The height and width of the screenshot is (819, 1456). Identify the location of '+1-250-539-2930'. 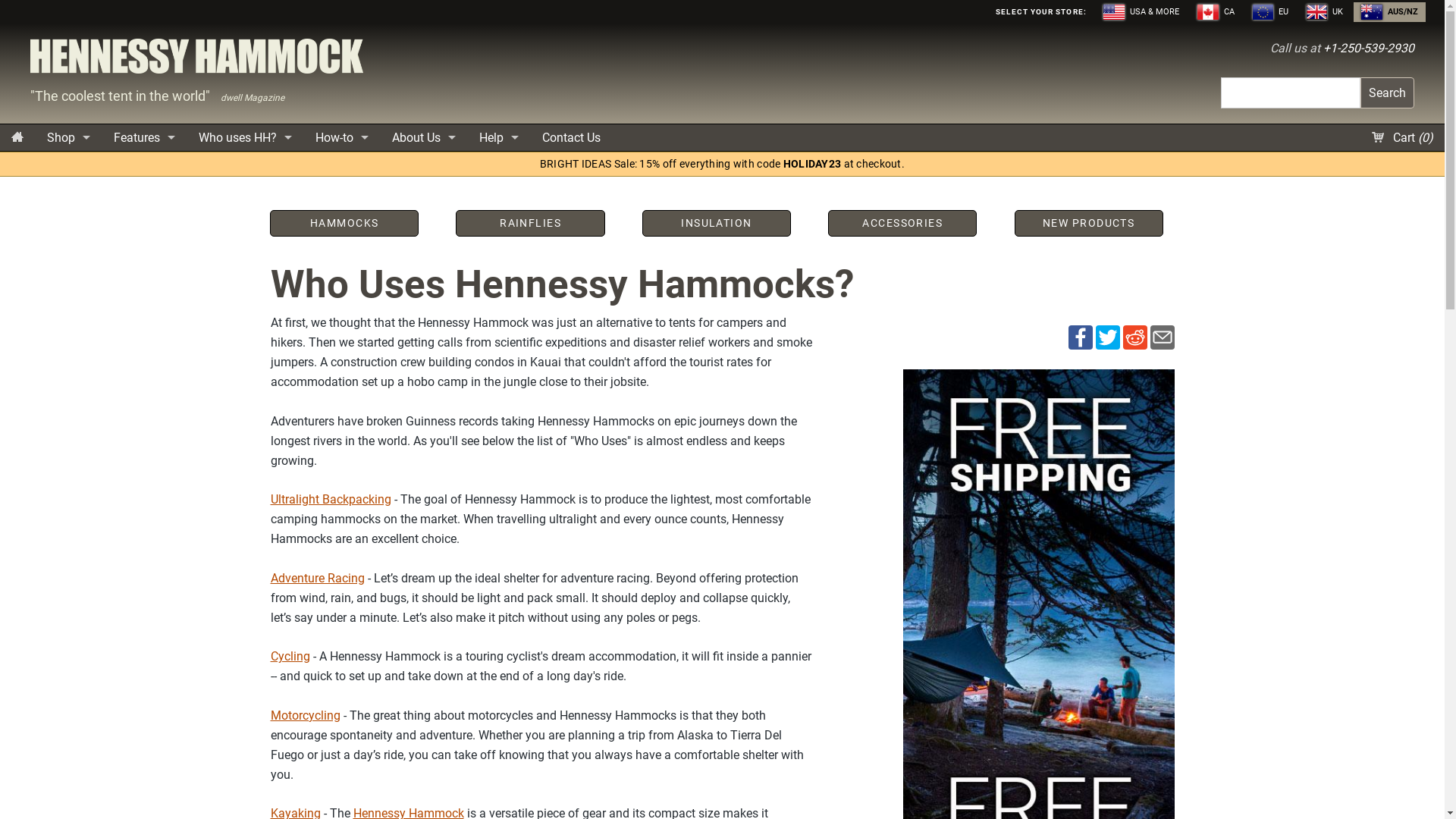
(1323, 47).